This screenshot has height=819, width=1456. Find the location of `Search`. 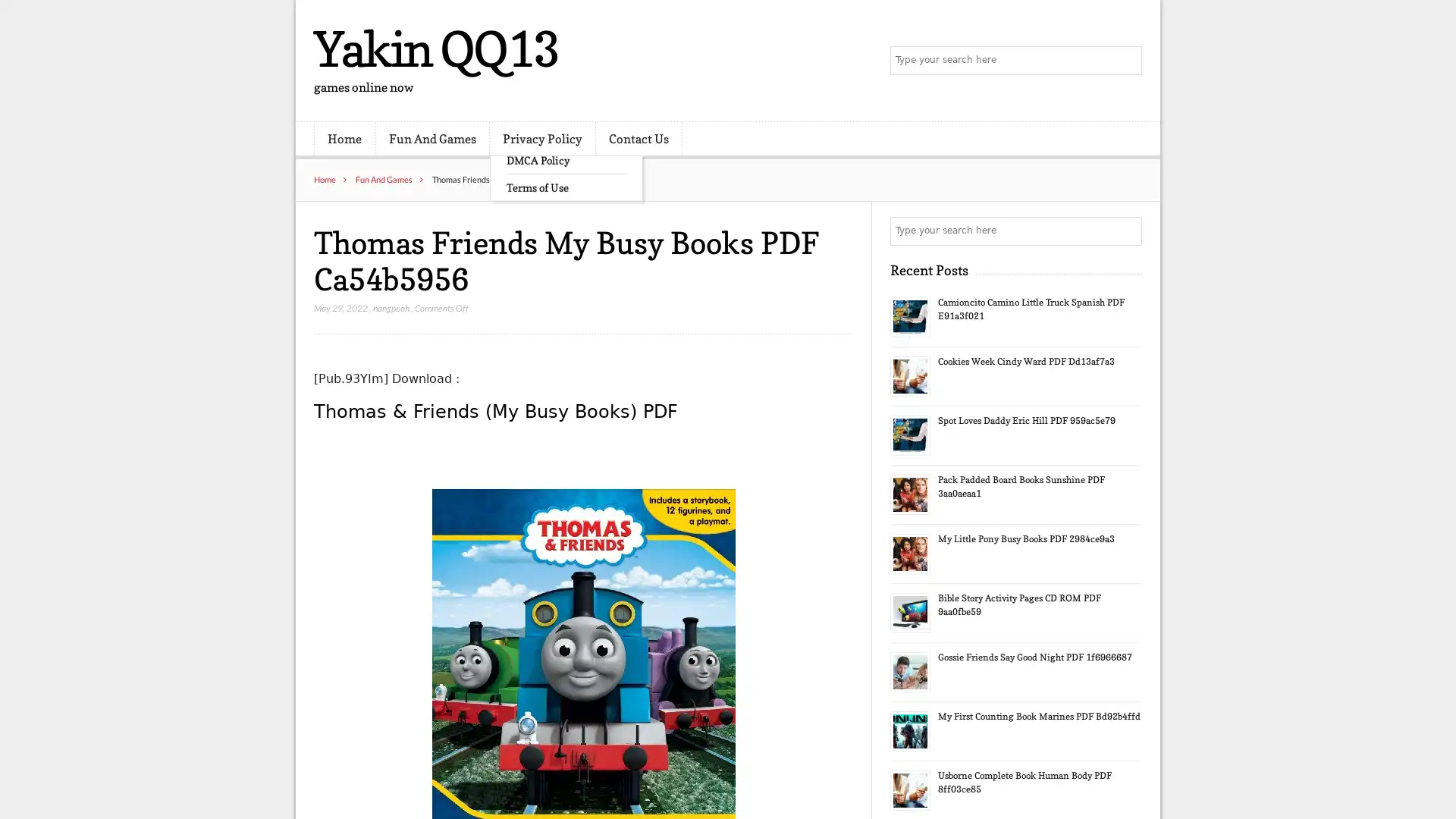

Search is located at coordinates (1126, 61).